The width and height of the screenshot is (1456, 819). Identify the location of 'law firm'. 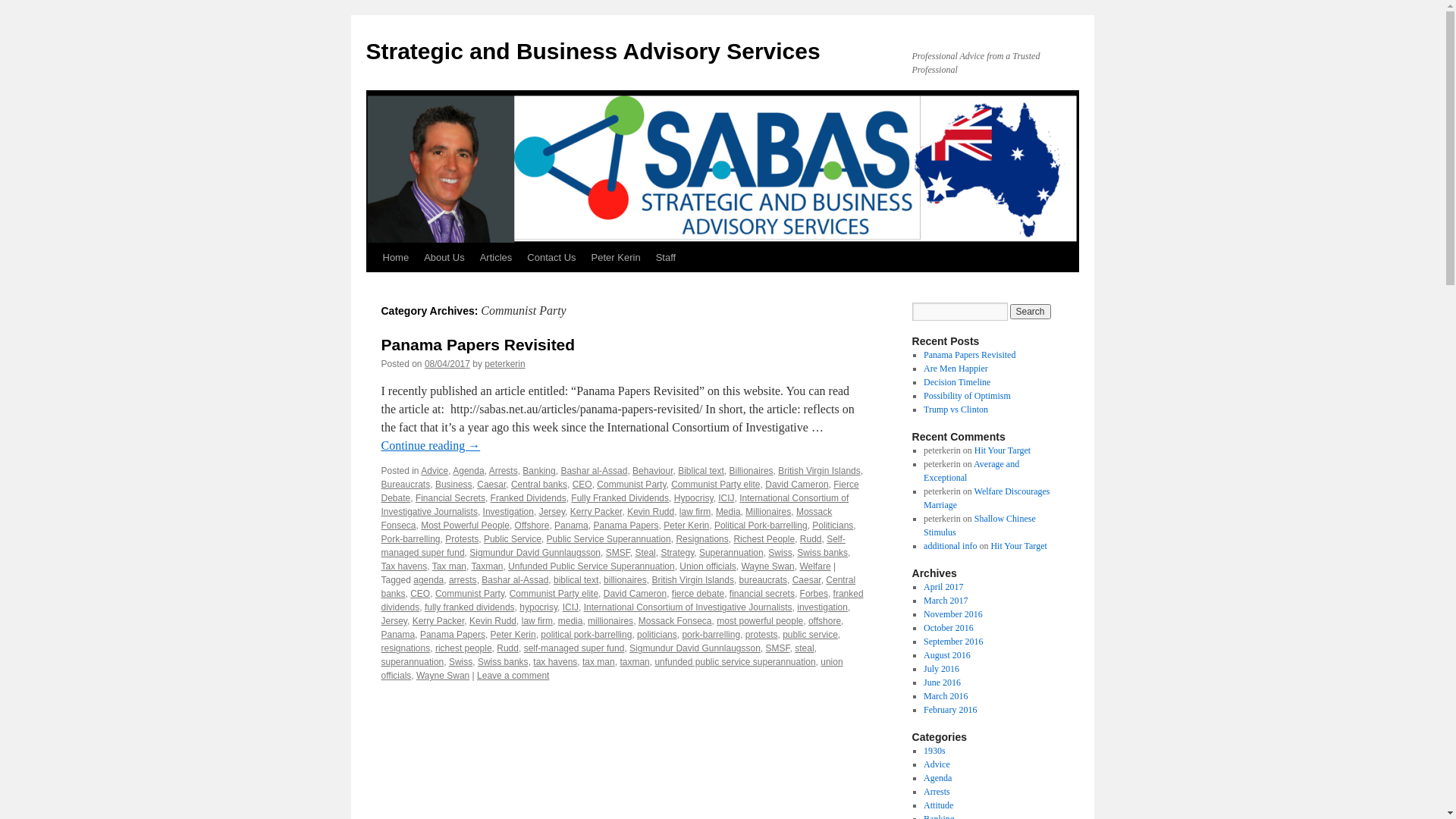
(537, 620).